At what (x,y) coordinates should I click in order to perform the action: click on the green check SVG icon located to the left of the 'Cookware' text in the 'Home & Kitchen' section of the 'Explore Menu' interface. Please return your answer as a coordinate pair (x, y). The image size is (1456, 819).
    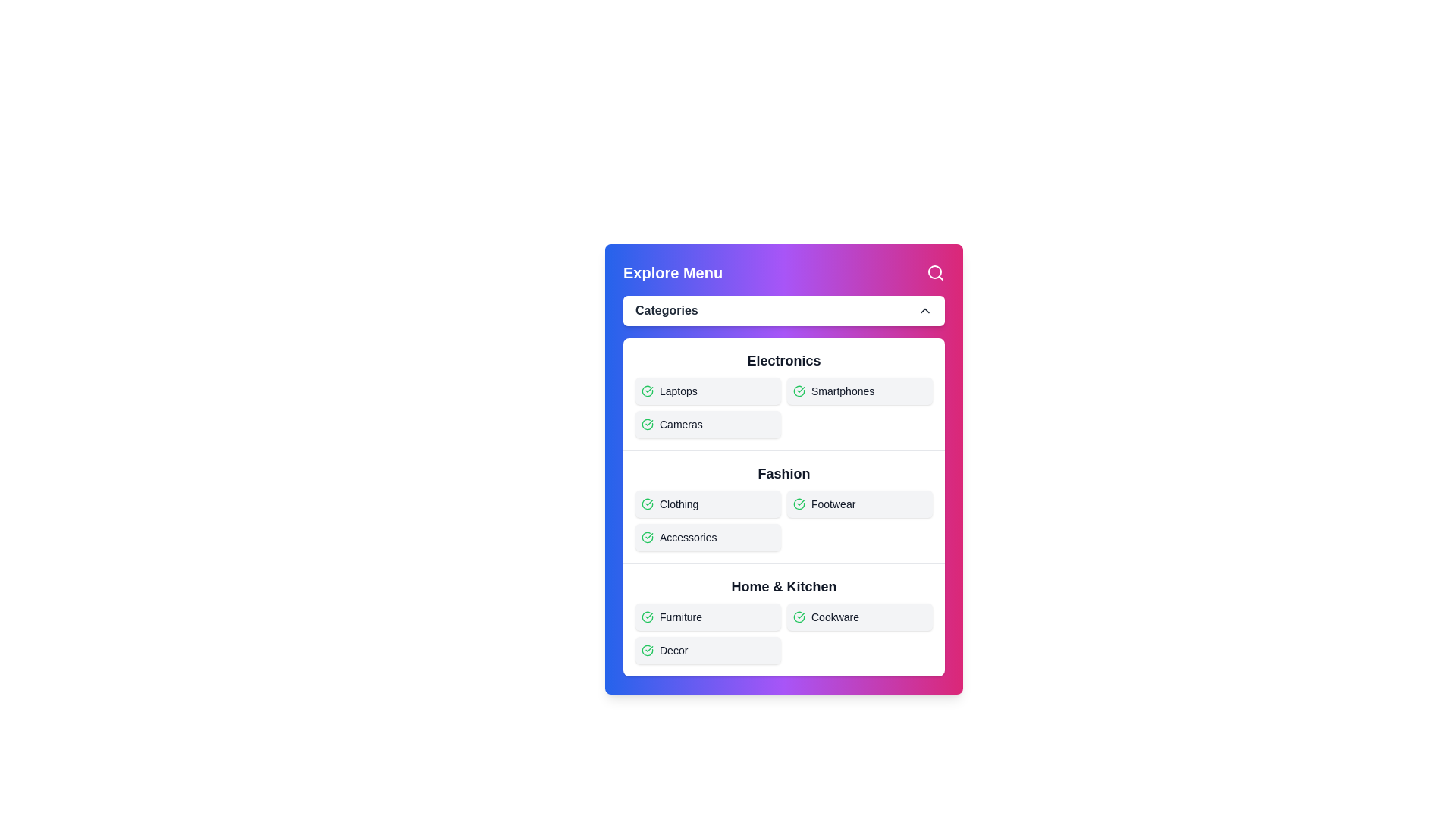
    Looking at the image, I should click on (799, 617).